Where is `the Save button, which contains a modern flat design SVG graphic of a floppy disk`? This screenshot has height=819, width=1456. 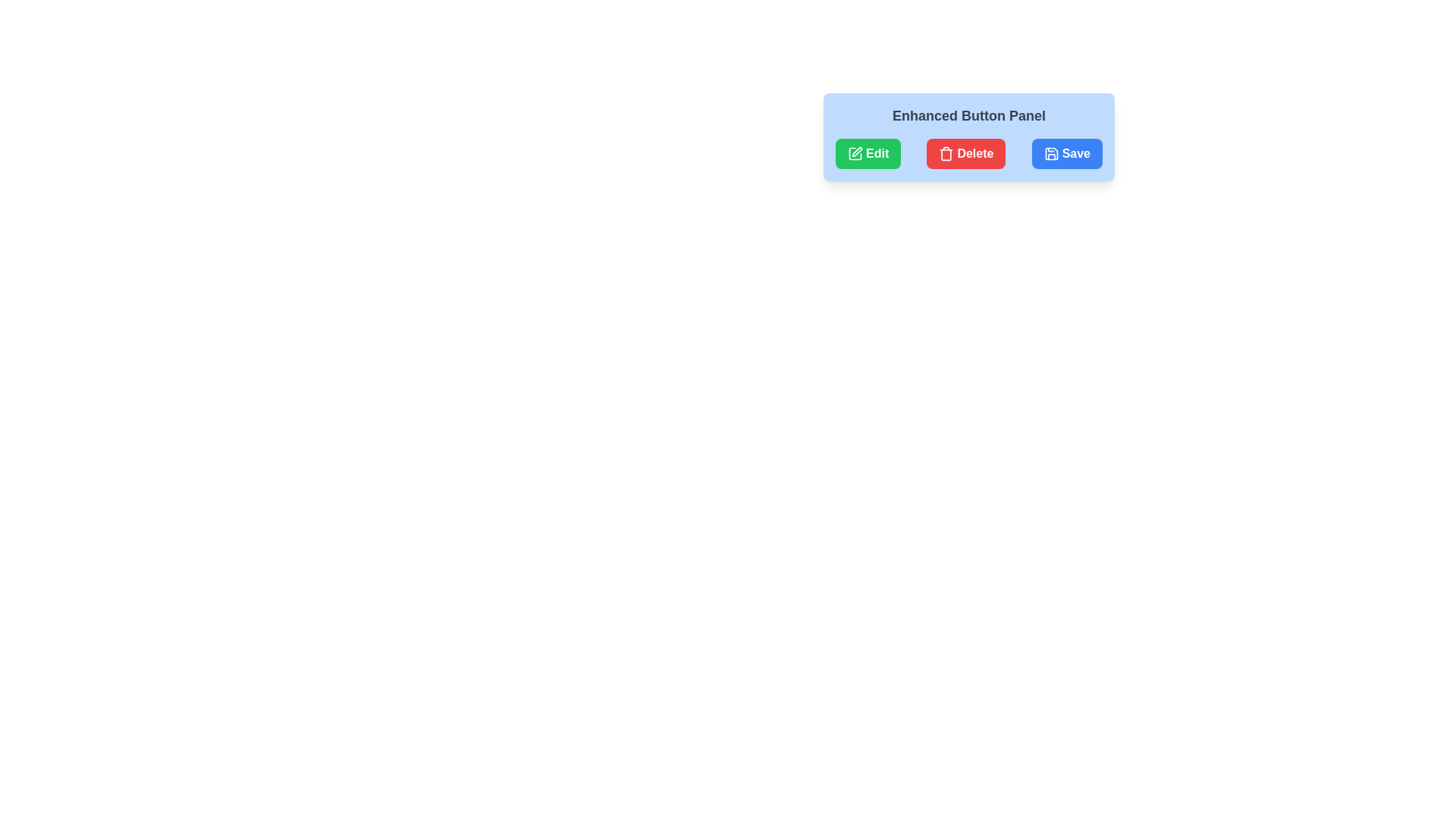
the Save button, which contains a modern flat design SVG graphic of a floppy disk is located at coordinates (1050, 154).